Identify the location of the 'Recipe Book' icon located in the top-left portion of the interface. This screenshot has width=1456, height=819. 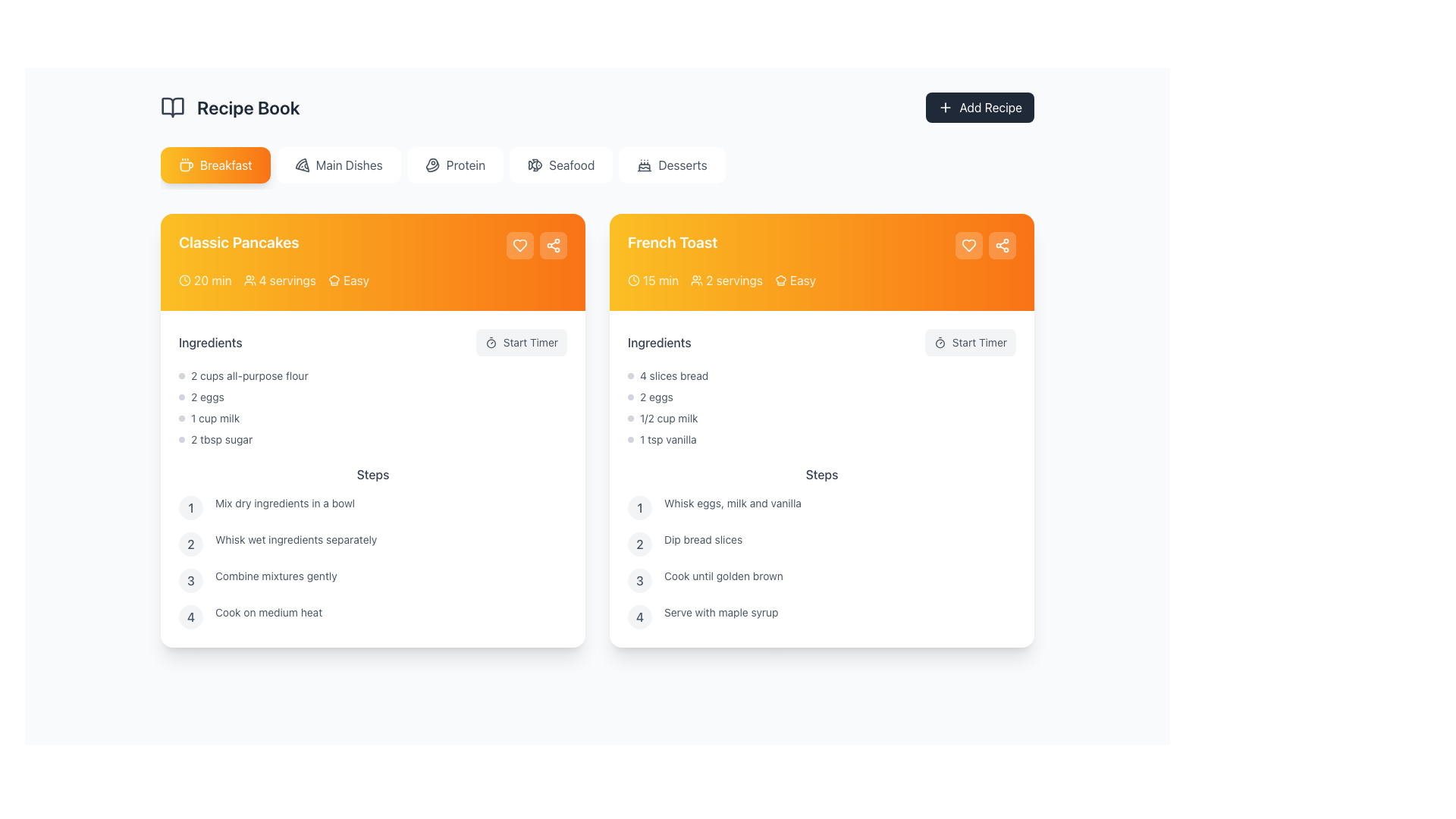
(172, 107).